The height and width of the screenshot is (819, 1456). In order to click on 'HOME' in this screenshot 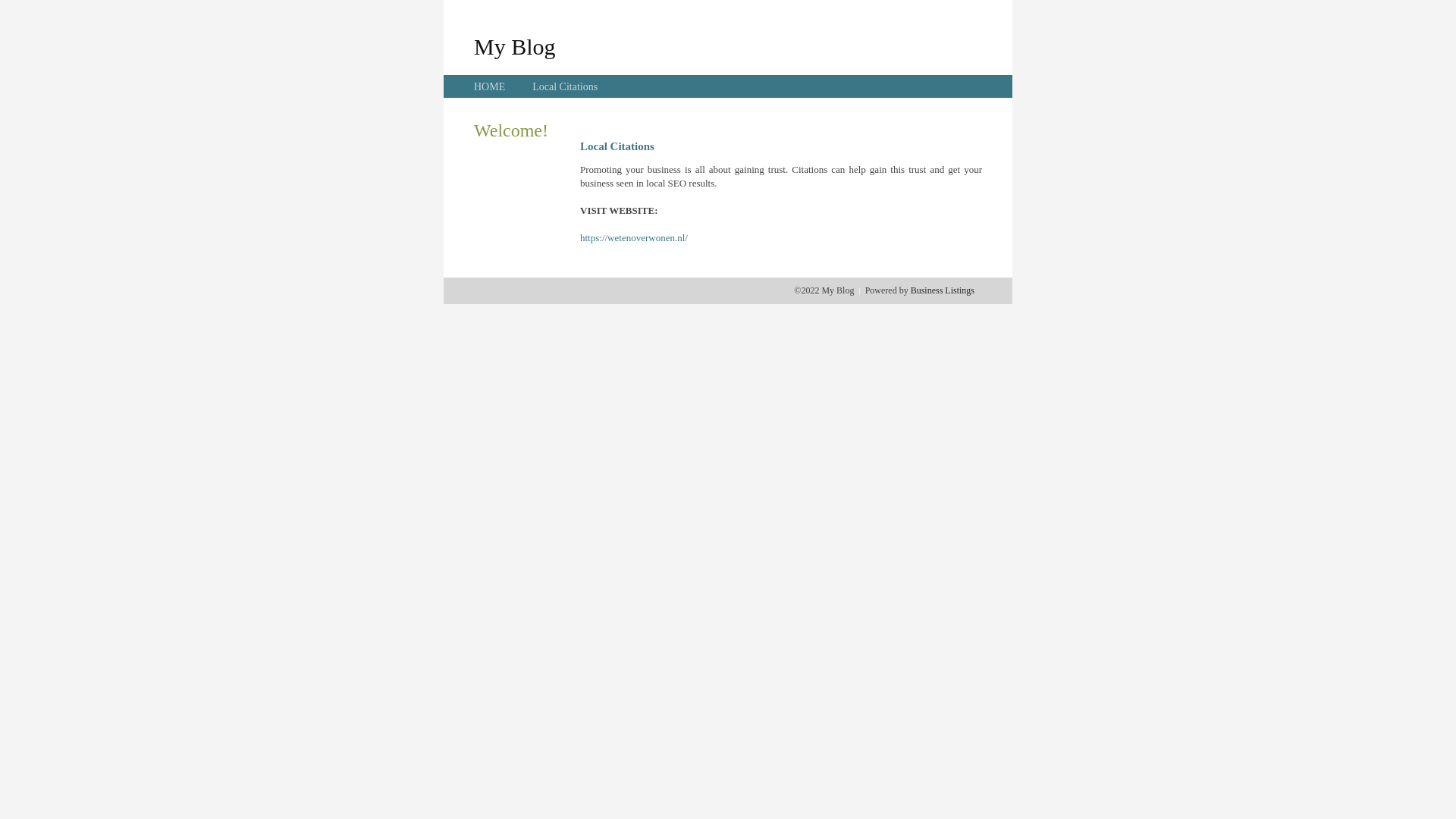, I will do `click(489, 86)`.